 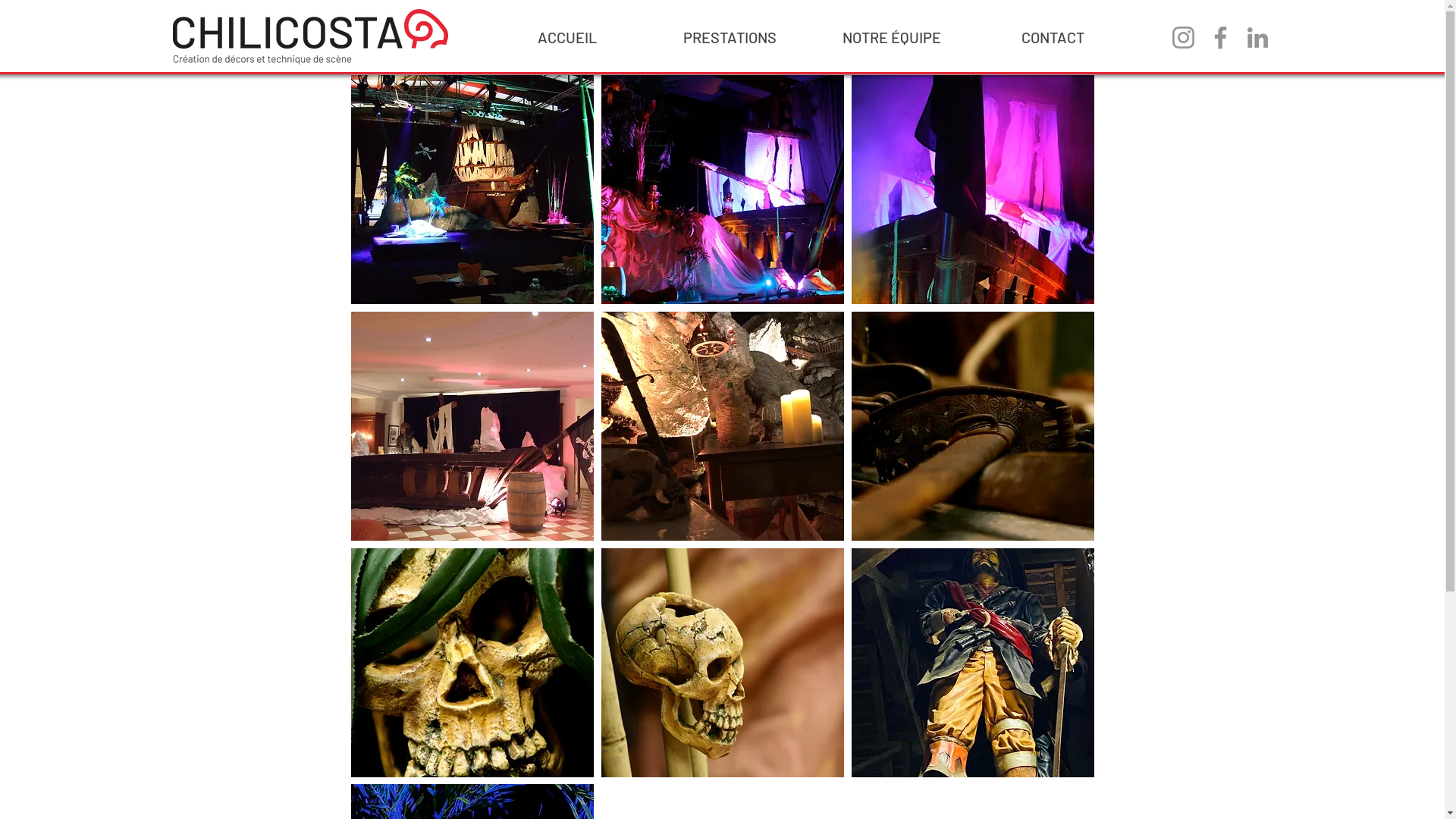 I want to click on 'PRESTATIONS', so click(x=728, y=36).